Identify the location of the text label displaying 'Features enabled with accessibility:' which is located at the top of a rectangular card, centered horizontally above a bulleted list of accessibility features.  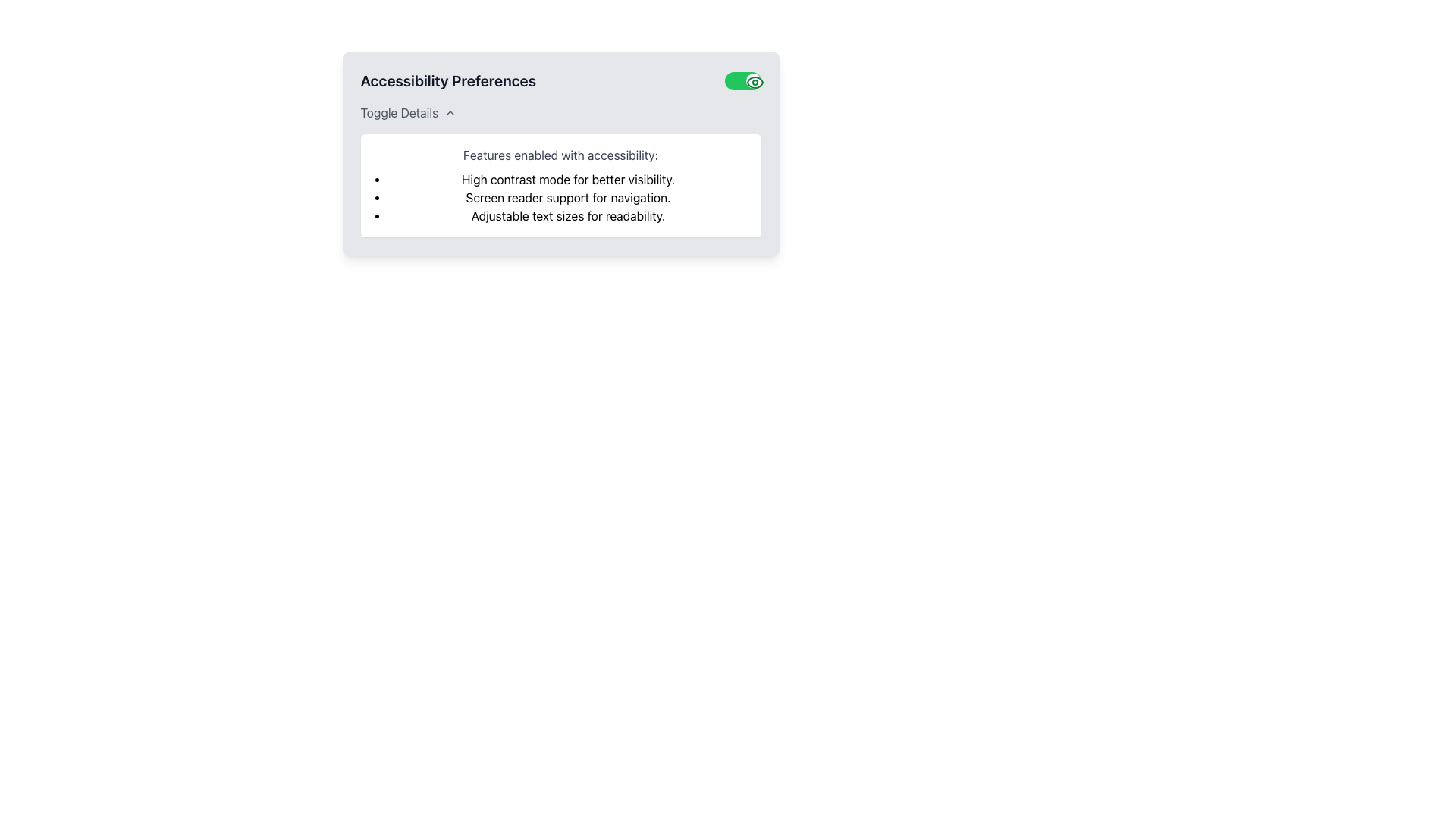
(560, 155).